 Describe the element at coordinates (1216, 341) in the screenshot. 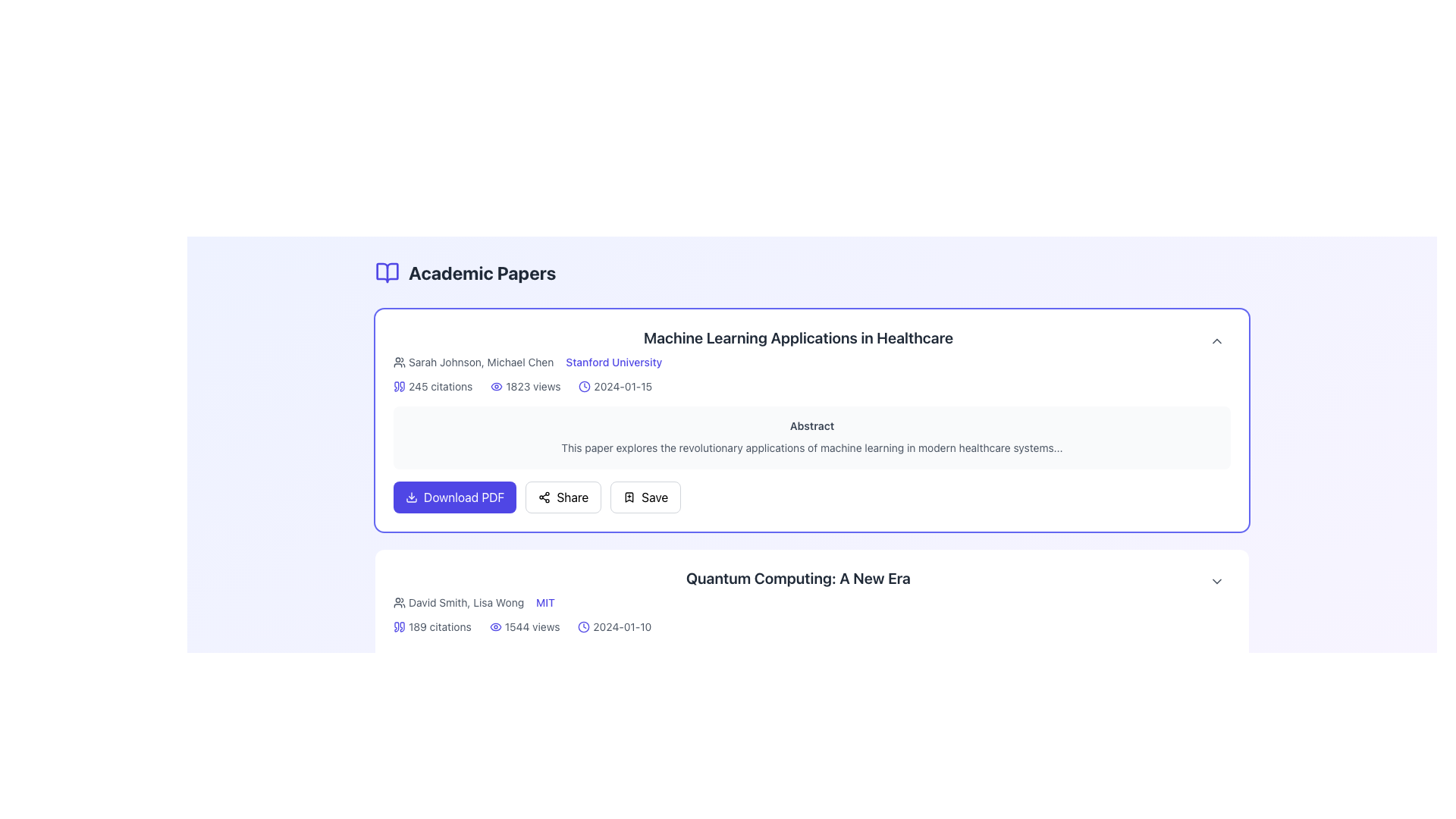

I see `the small upward-facing chevron icon in the top-right corner of the 'Machine Learning Applications in Healthcare' card` at that location.